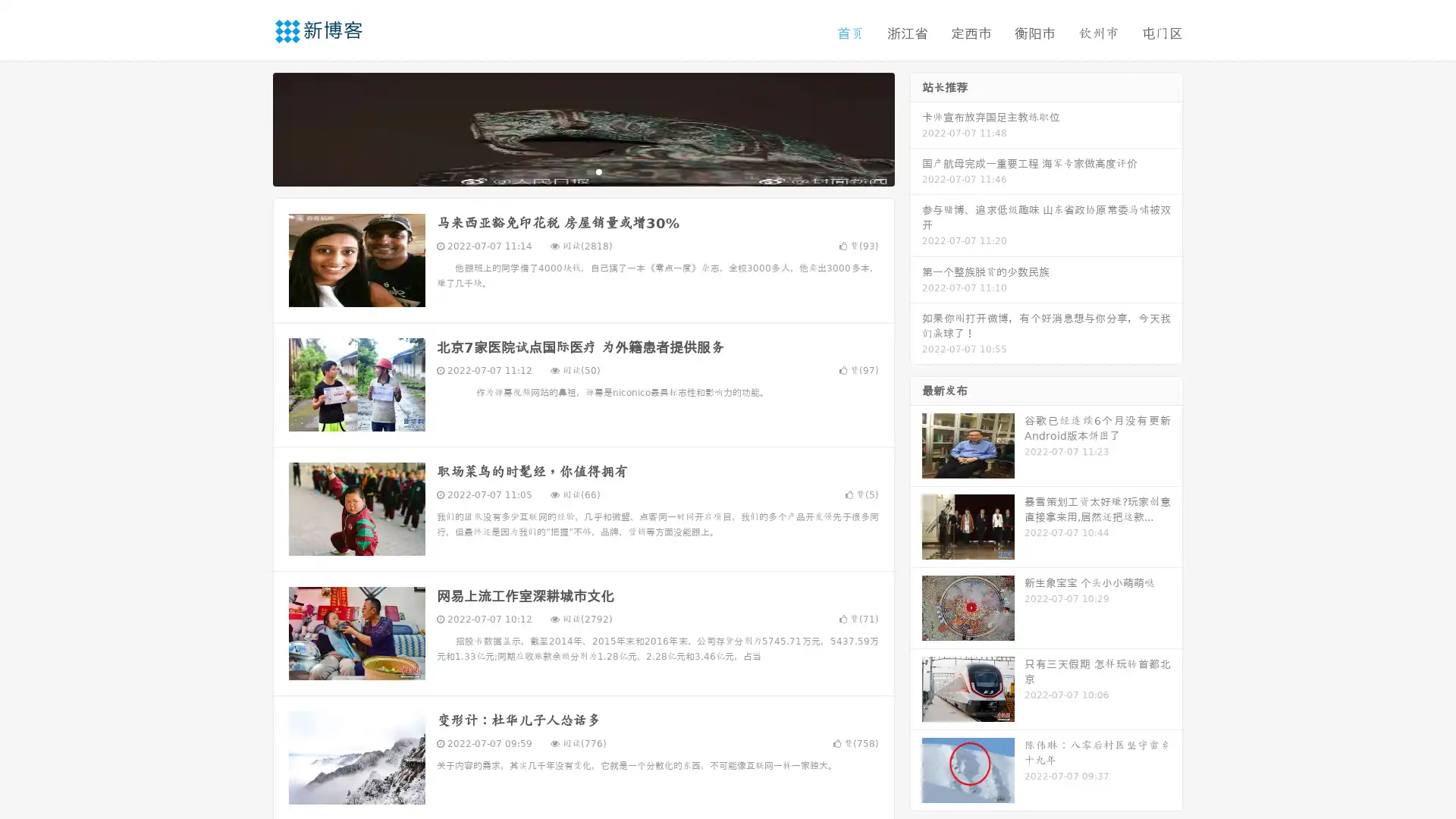  What do you see at coordinates (250, 127) in the screenshot?
I see `Previous slide` at bounding box center [250, 127].